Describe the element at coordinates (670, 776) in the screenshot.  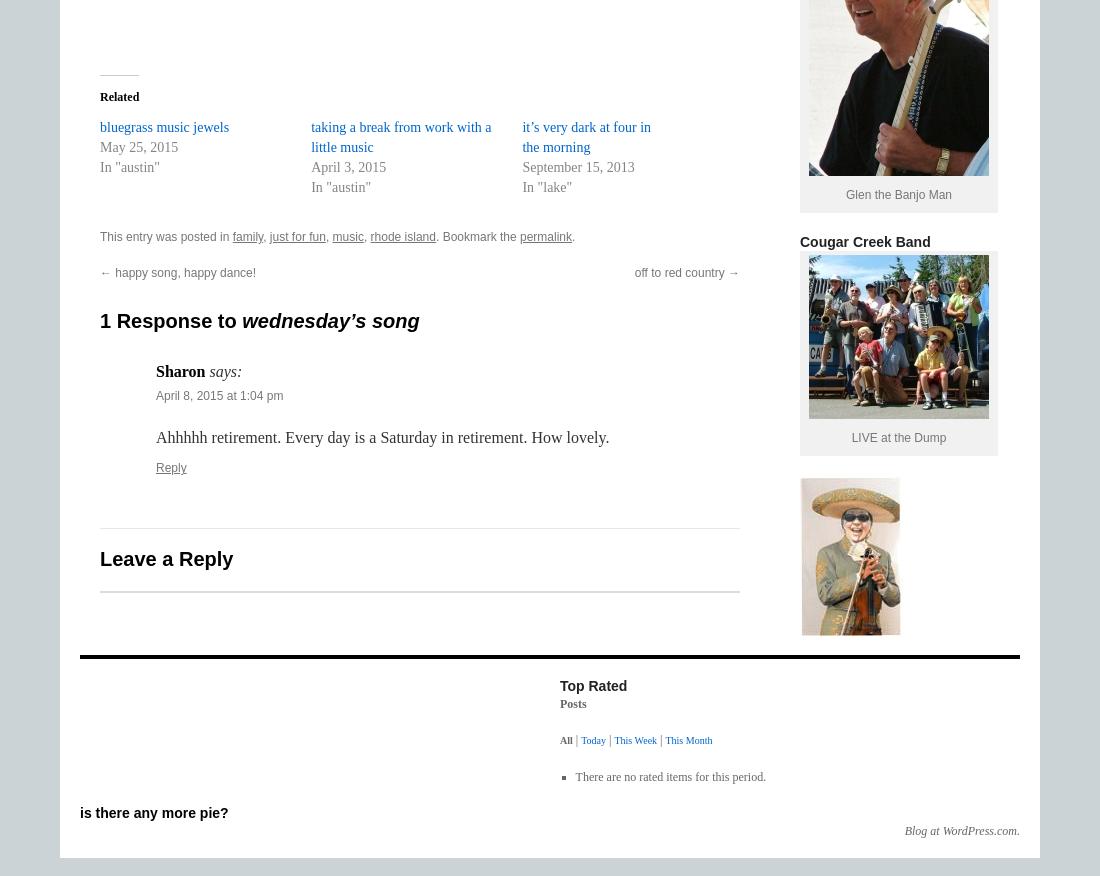
I see `'There are no rated items for this period.'` at that location.